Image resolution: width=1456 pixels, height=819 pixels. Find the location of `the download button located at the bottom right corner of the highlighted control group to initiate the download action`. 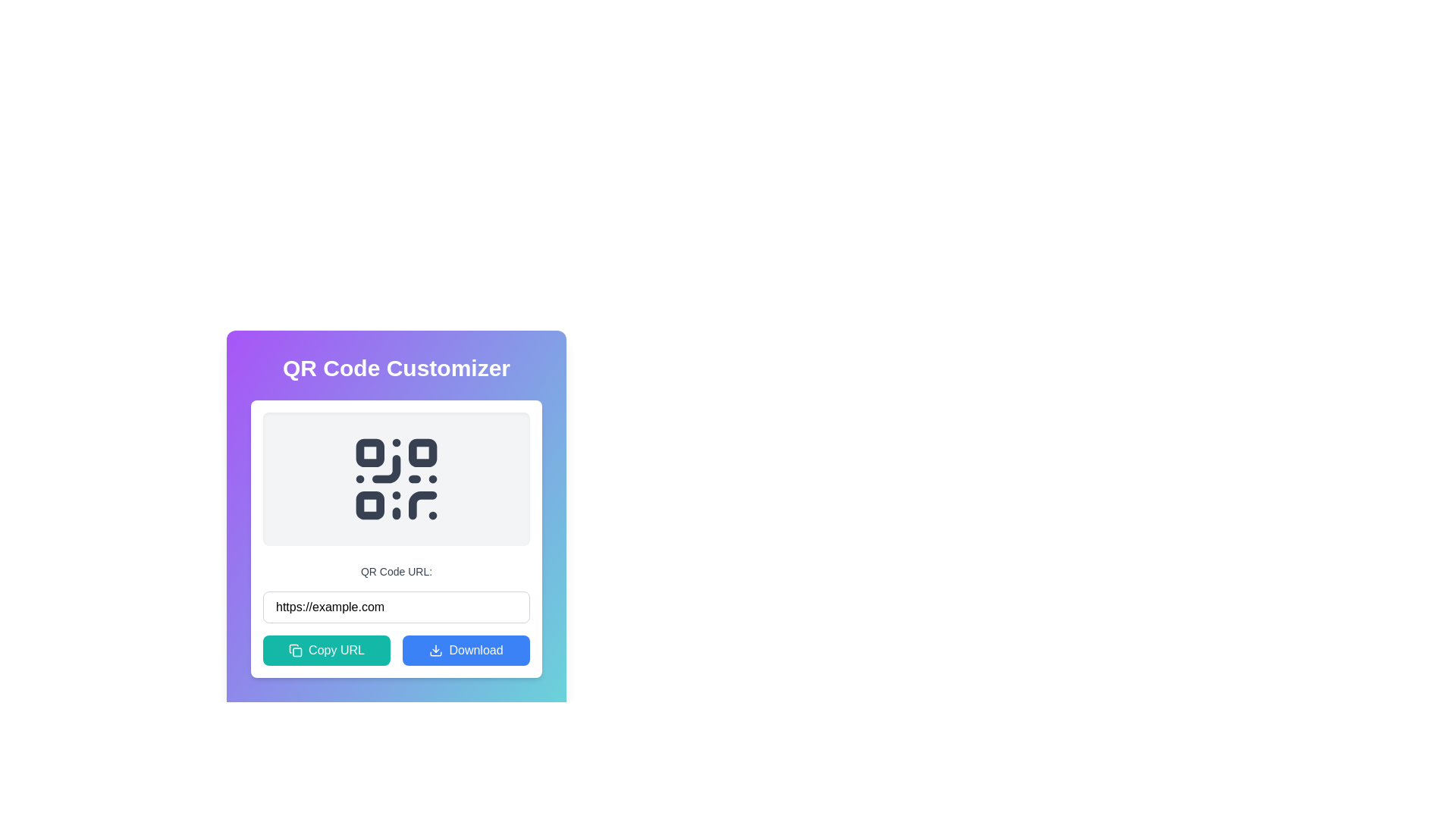

the download button located at the bottom right corner of the highlighted control group to initiate the download action is located at coordinates (465, 649).